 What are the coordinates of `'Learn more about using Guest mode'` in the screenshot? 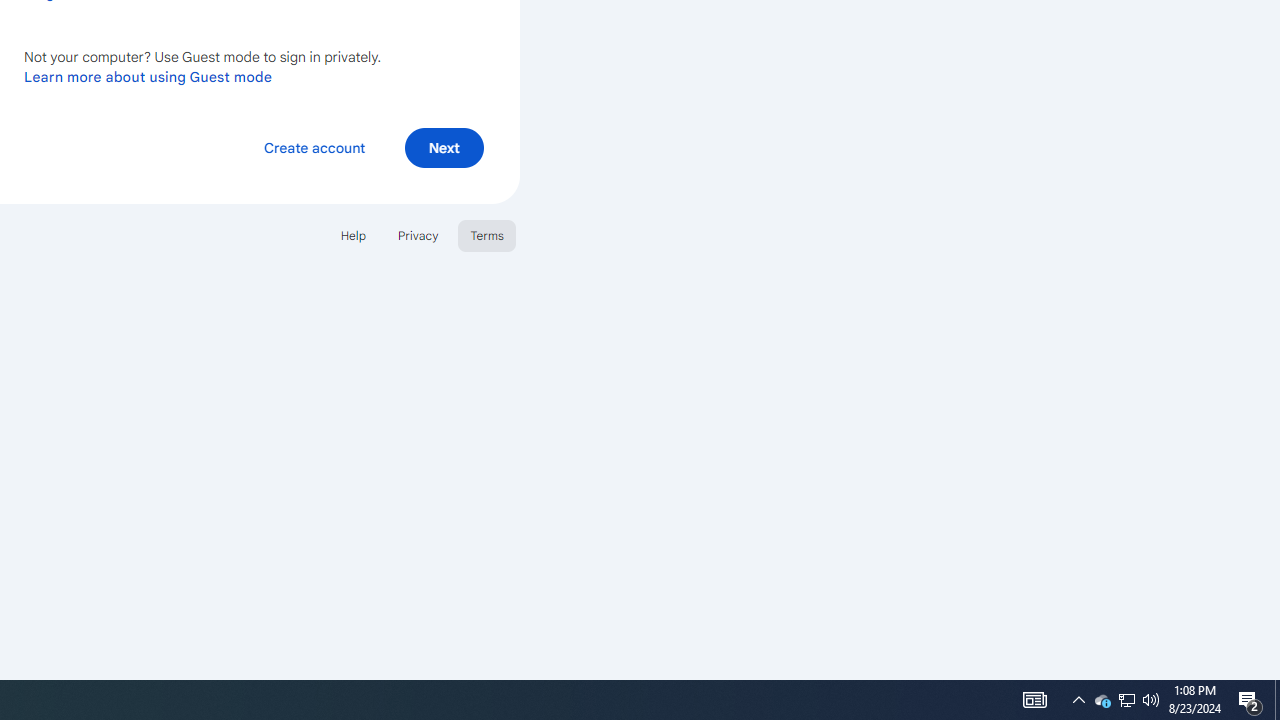 It's located at (147, 75).